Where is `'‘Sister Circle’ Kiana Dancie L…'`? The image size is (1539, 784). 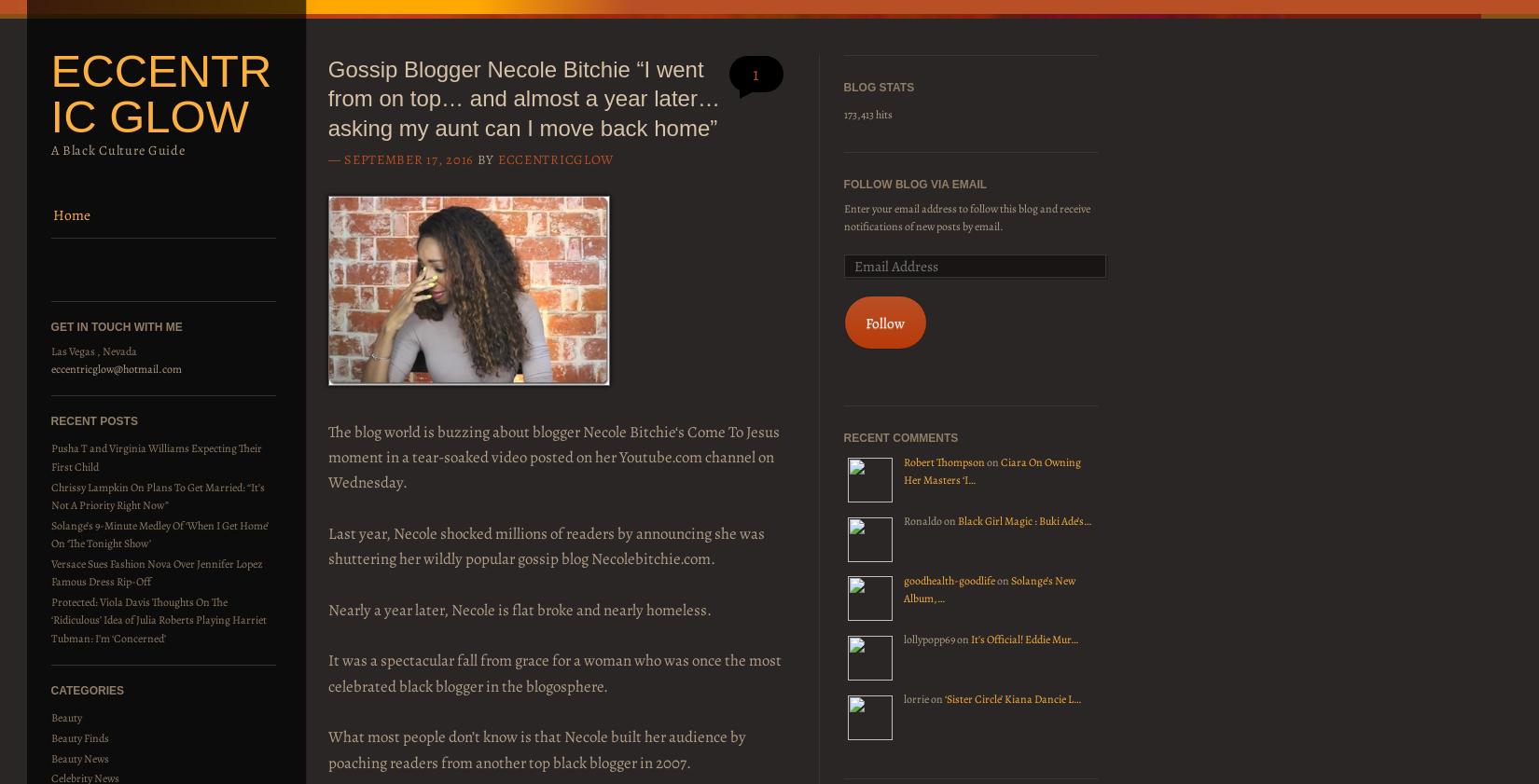 '‘Sister Circle’ Kiana Dancie L…' is located at coordinates (1013, 699).